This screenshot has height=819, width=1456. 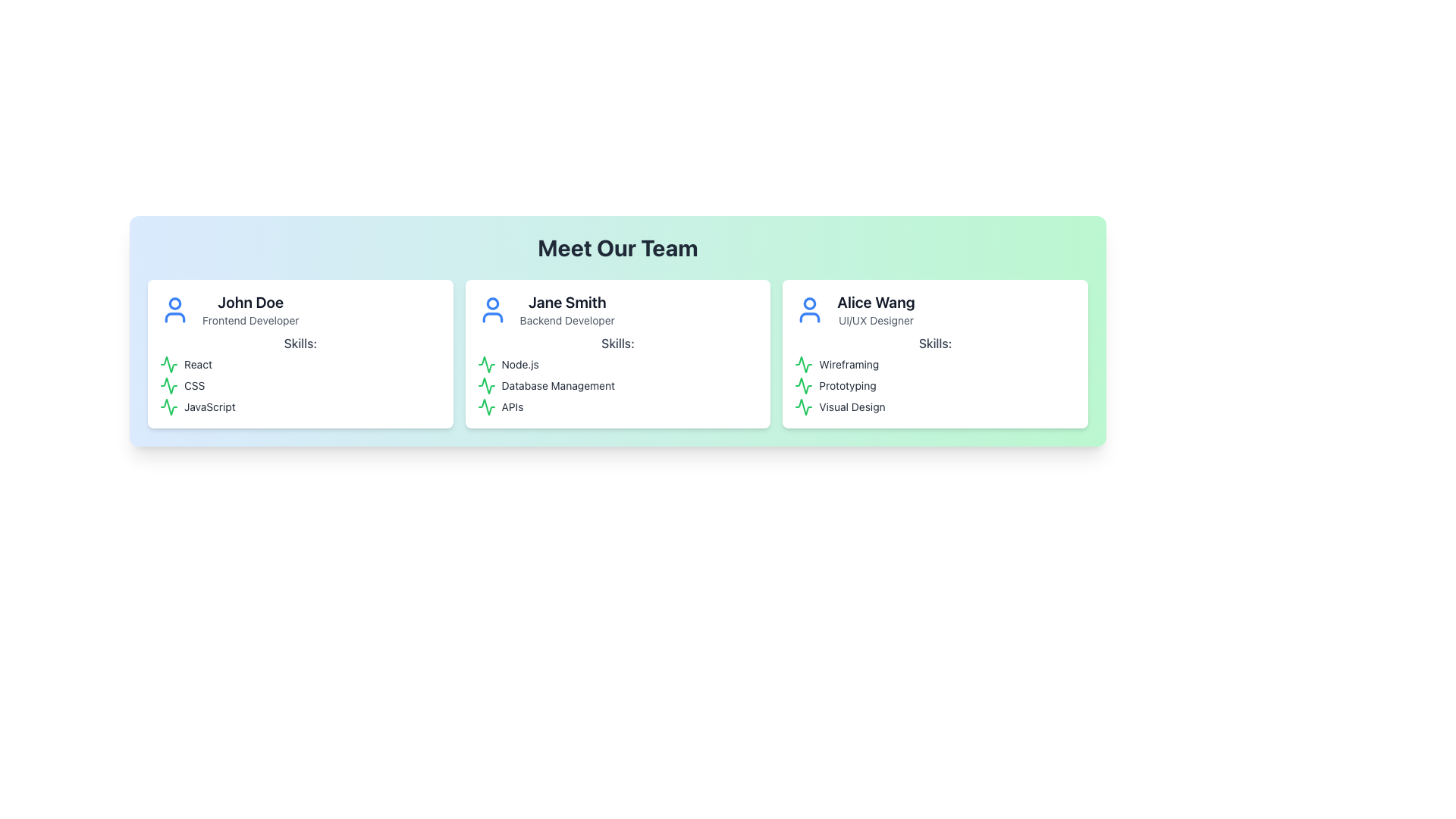 I want to click on the green waveform icon representing a skill below the 'Node.js' text in the skill list of the 'Jane Smith' card, so click(x=486, y=365).